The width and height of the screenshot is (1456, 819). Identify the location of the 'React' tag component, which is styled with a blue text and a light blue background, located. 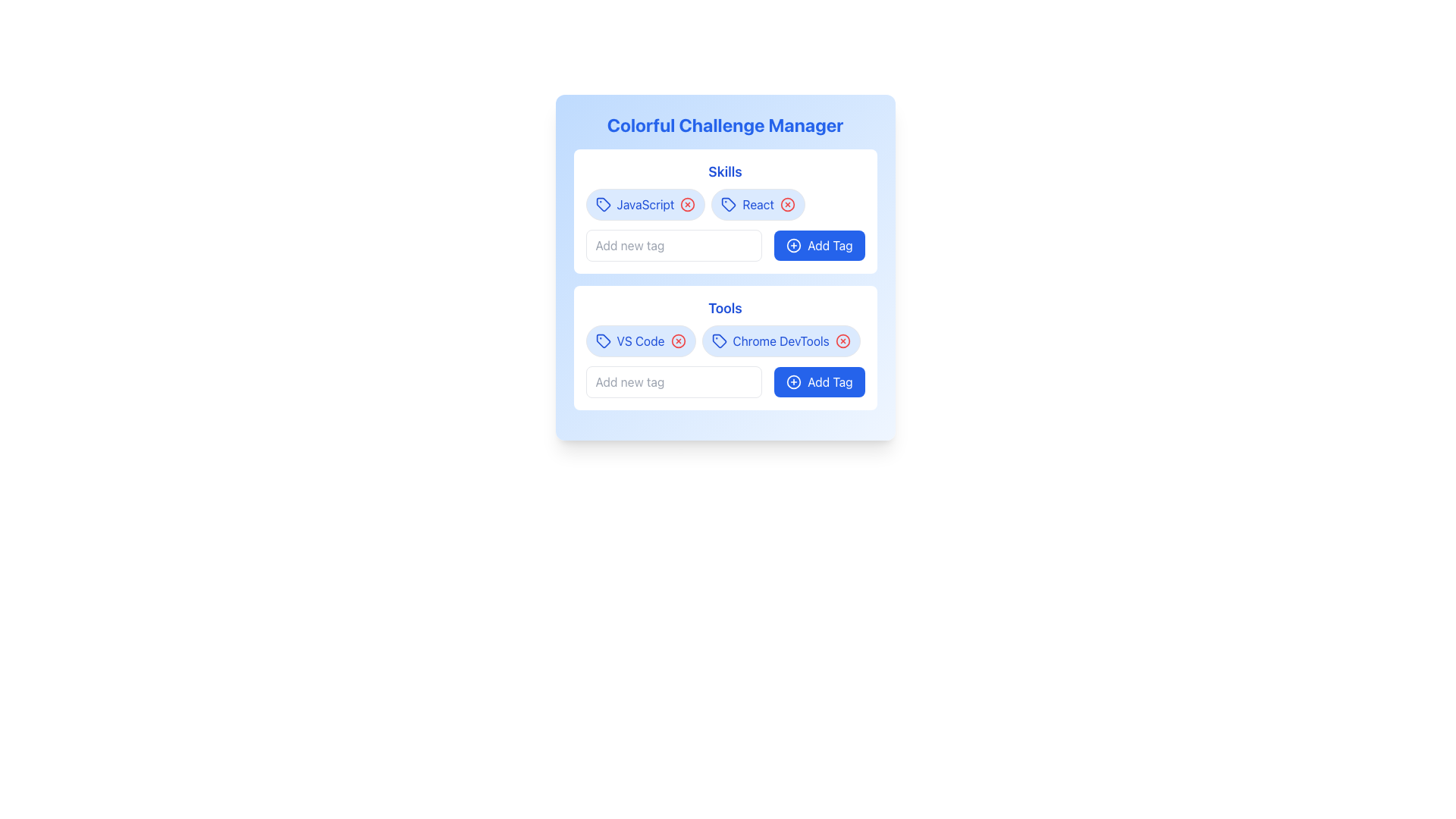
(758, 205).